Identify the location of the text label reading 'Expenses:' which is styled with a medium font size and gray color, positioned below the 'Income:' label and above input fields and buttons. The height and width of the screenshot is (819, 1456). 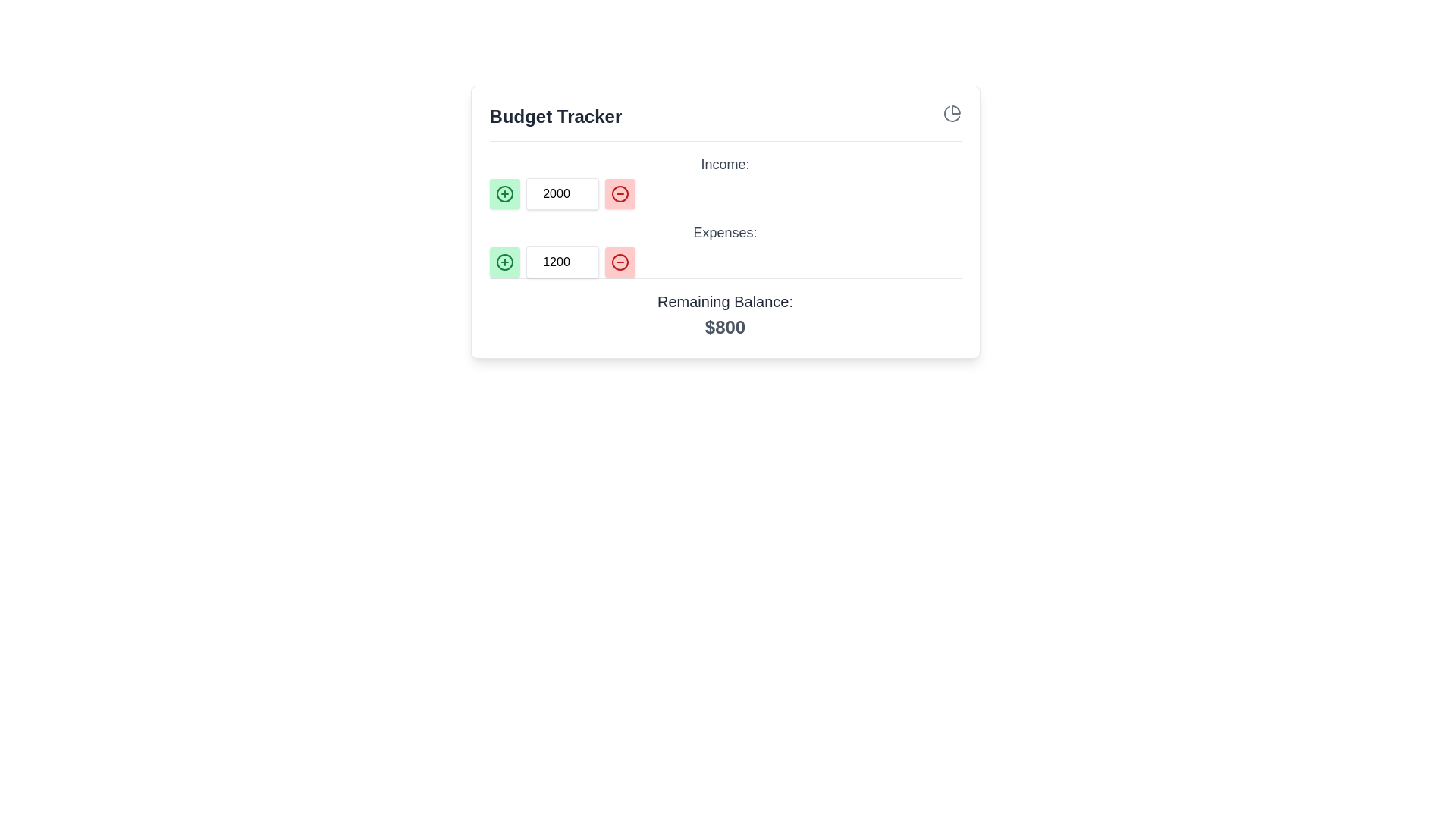
(724, 233).